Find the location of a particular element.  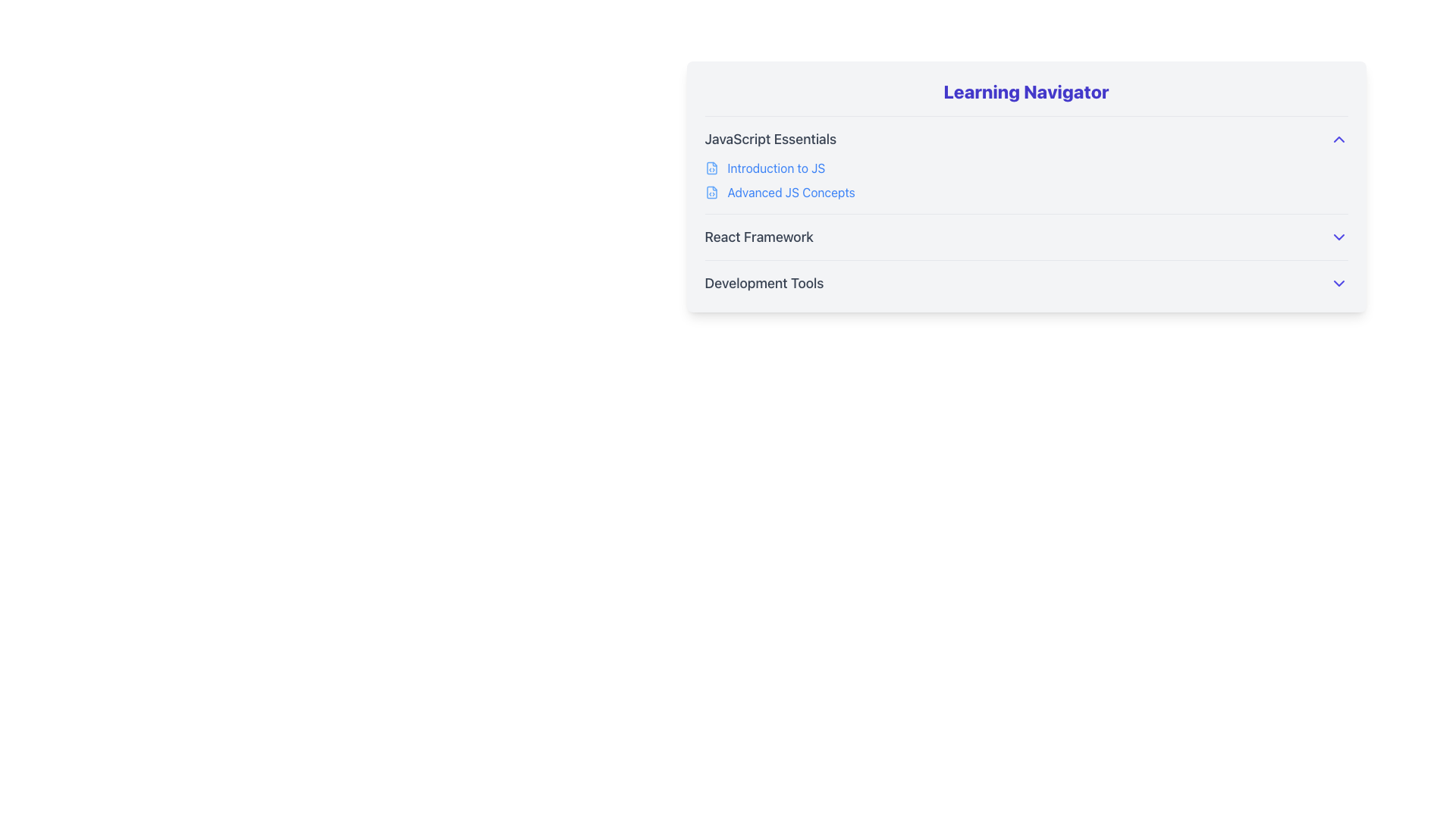

the 'Development Tools' text label in the 'Learning Navigator' section of the navigation menu is located at coordinates (764, 284).